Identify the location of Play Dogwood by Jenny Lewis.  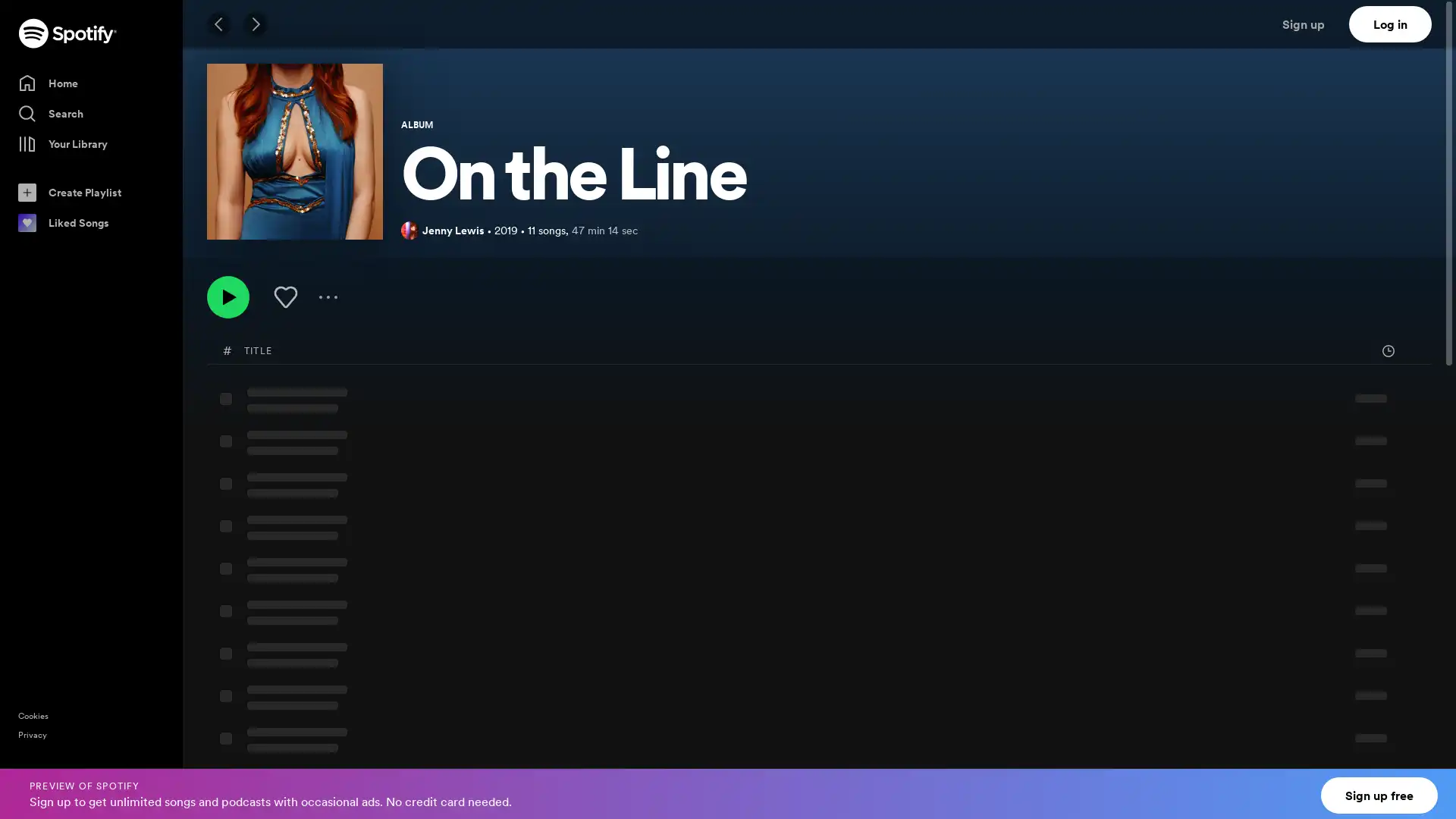
(225, 610).